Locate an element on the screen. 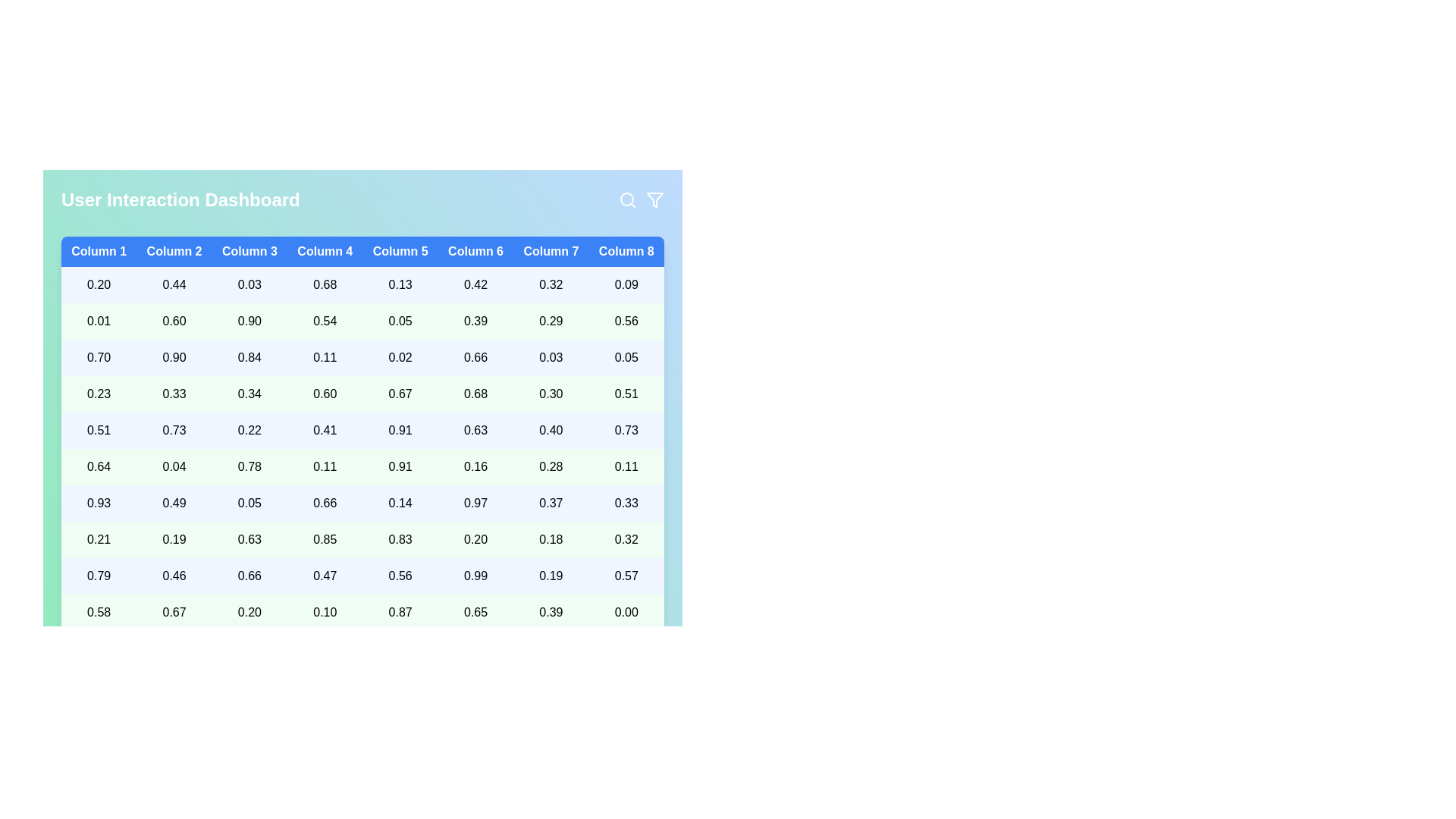 The image size is (1456, 819). the search icon to initiate a search action is located at coordinates (628, 199).